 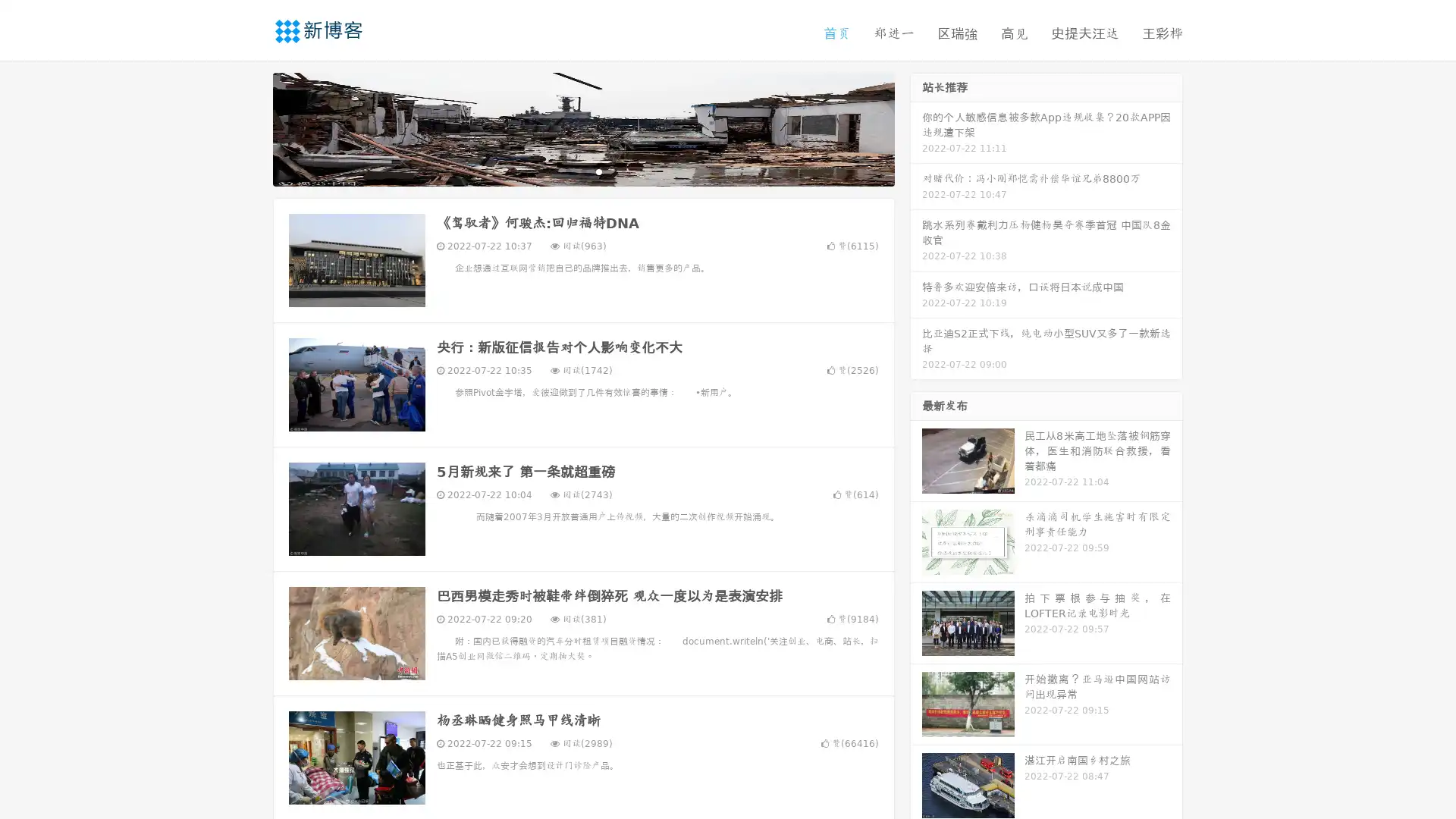 What do you see at coordinates (916, 127) in the screenshot?
I see `Next slide` at bounding box center [916, 127].